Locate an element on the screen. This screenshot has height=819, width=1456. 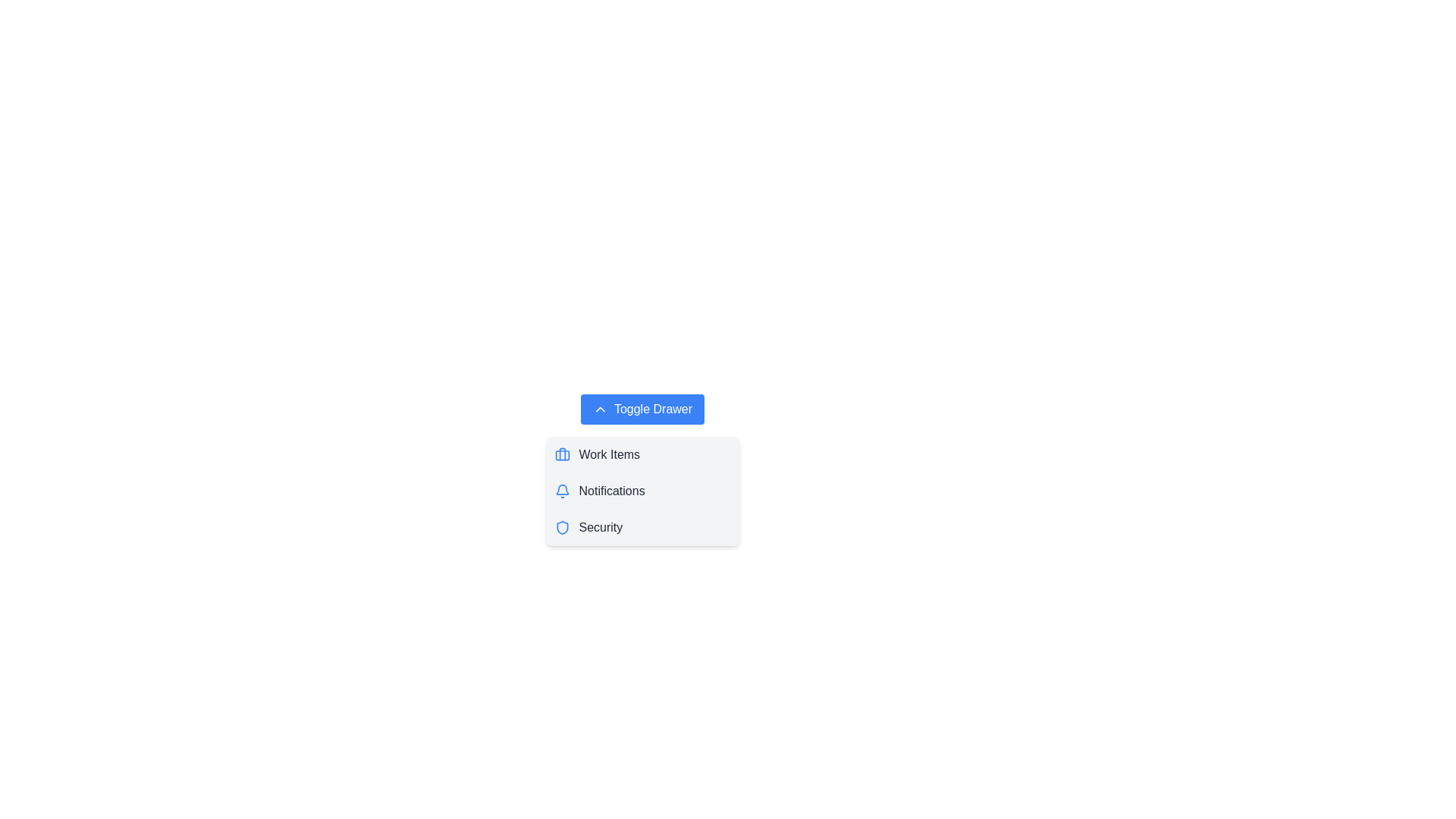
the 'Toggle Drawer' button to toggle the visibility of the drawer is located at coordinates (642, 409).